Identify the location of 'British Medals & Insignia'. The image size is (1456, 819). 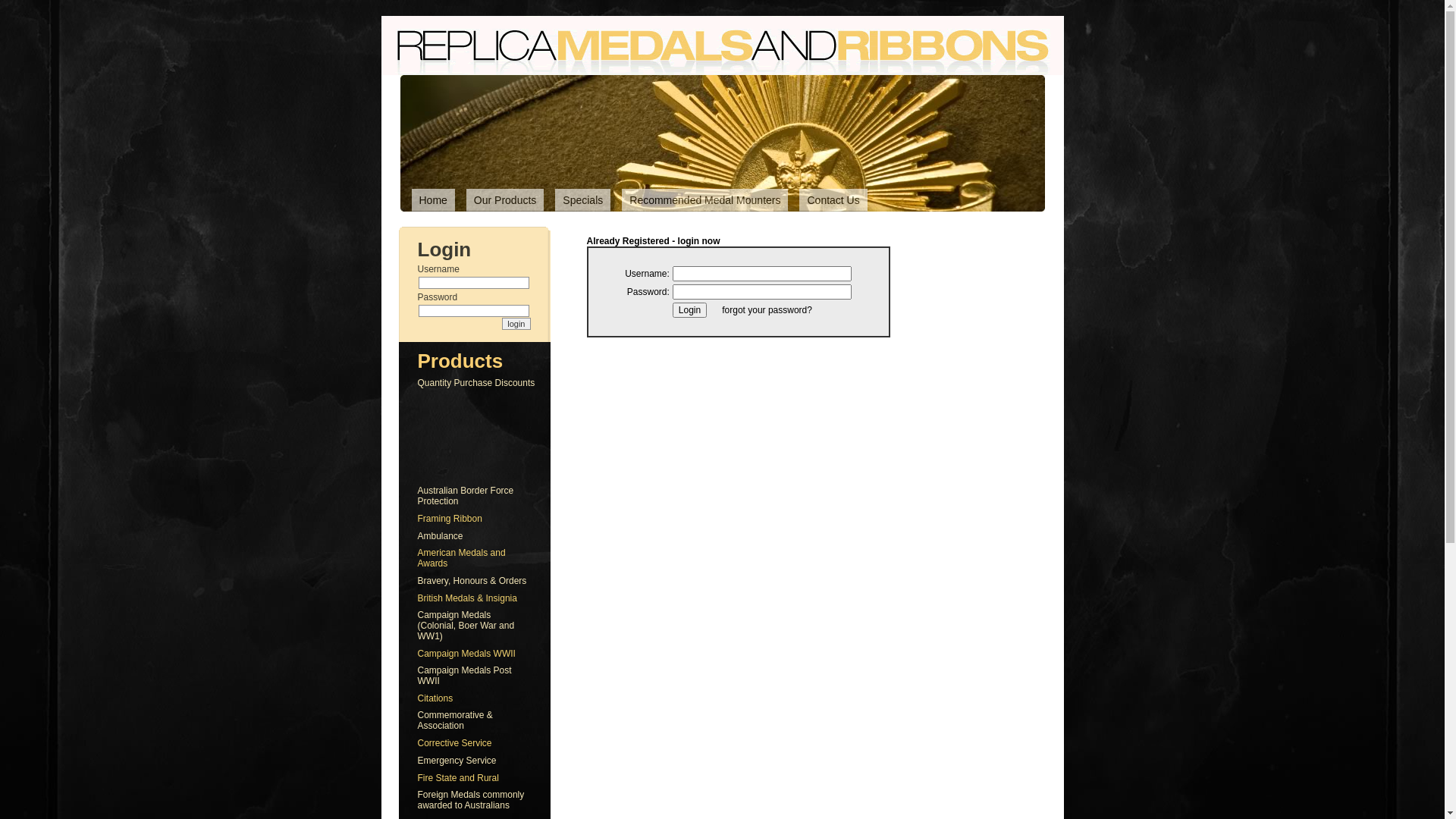
(466, 598).